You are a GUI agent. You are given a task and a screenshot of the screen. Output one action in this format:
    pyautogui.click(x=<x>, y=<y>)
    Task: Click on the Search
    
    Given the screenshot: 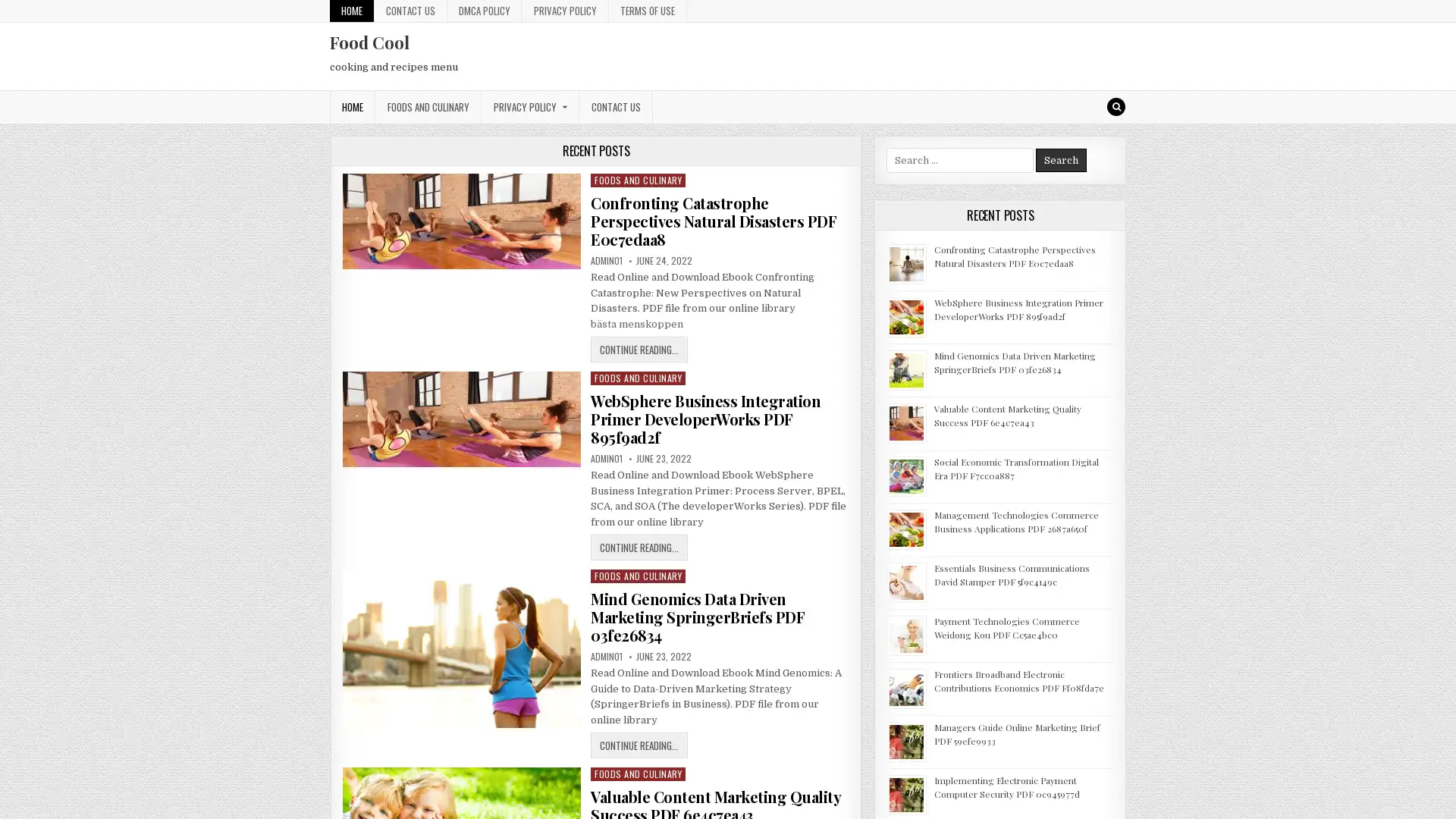 What is the action you would take?
    pyautogui.click(x=1060, y=160)
    